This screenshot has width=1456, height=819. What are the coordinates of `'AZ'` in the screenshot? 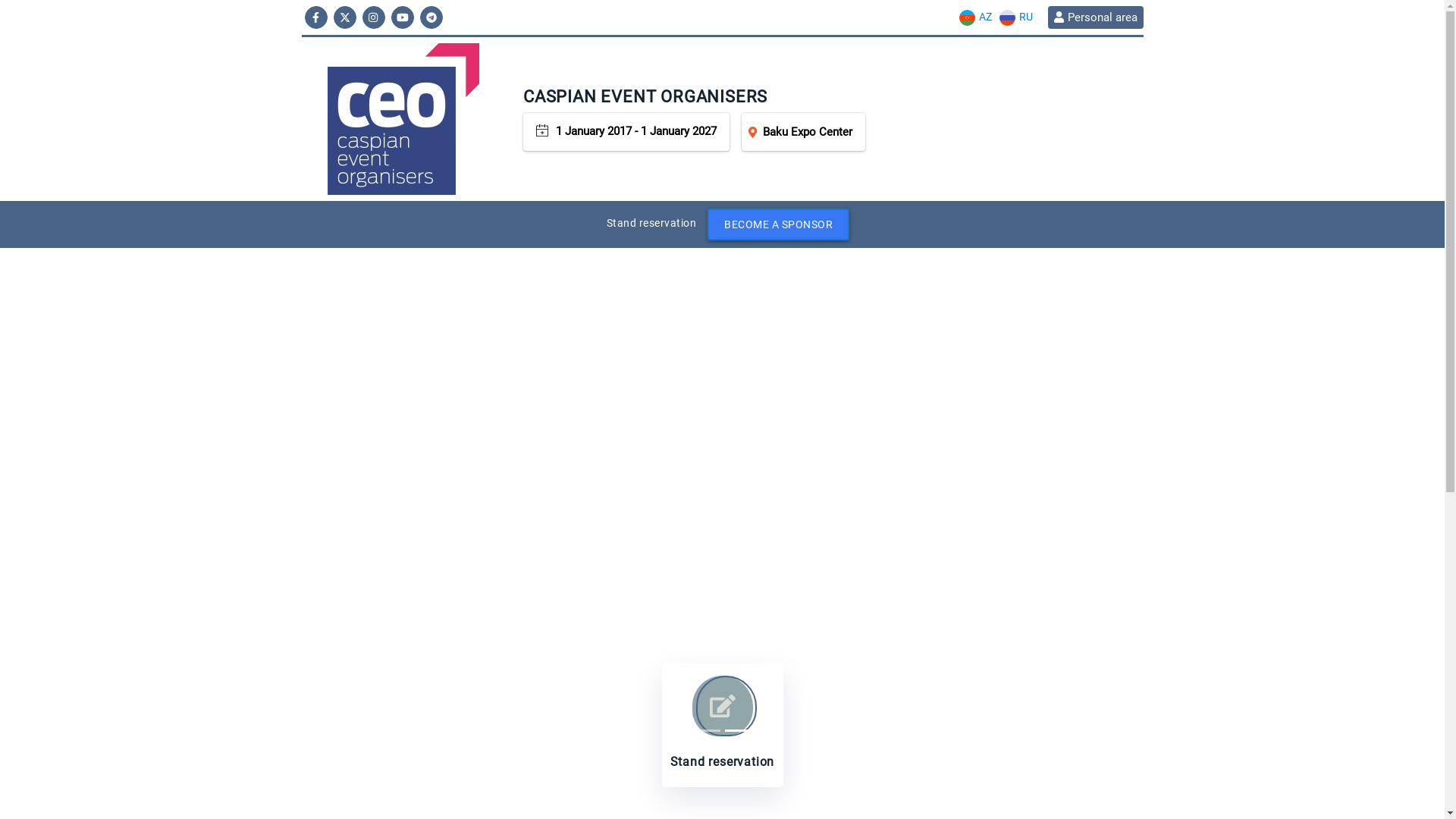 It's located at (953, 17).